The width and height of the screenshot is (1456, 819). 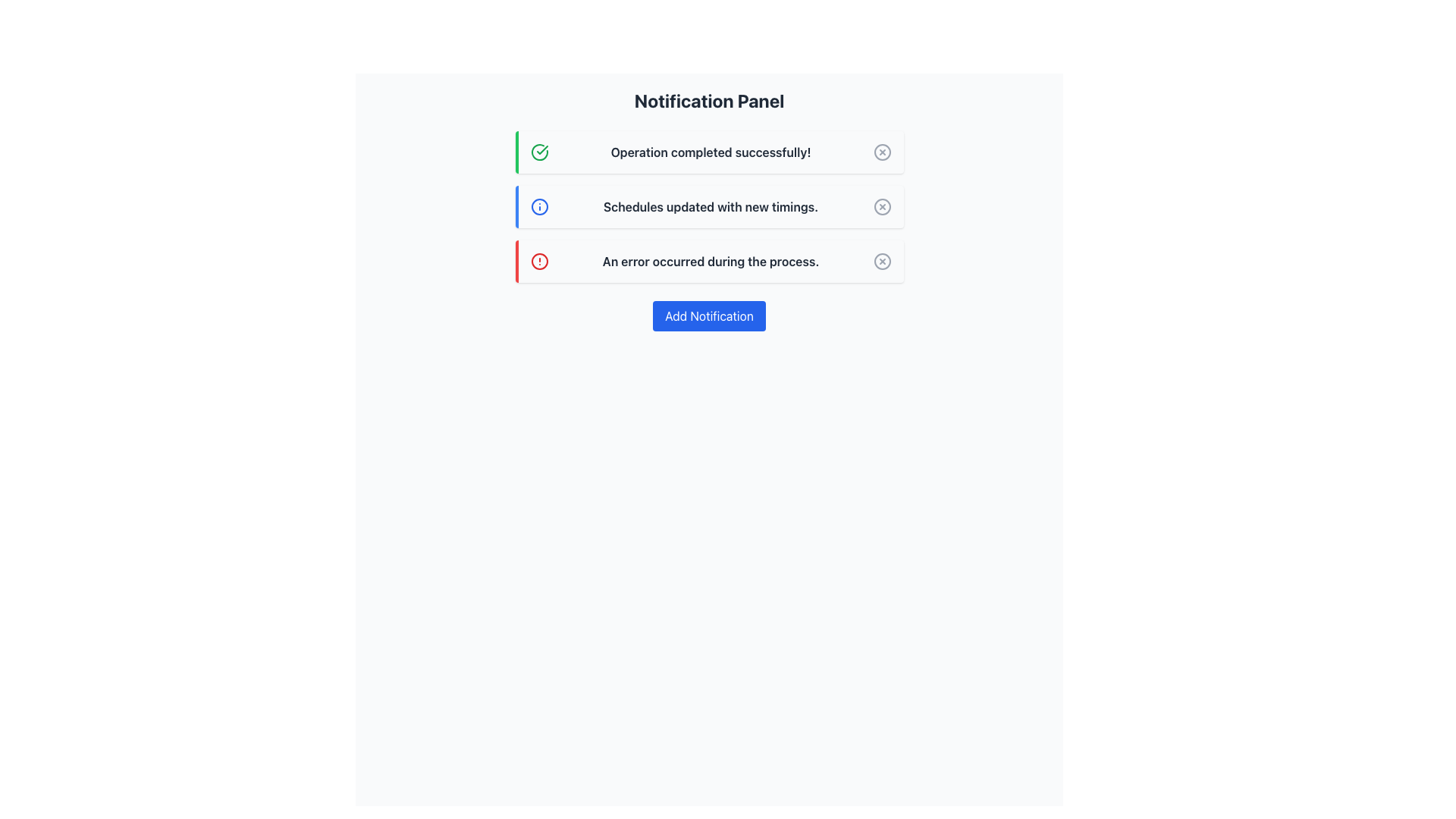 I want to click on the circular gray button with a cross inside, located to the right of the text 'Operation completed successfully!' in the green-bordered notification box, so click(x=882, y=152).